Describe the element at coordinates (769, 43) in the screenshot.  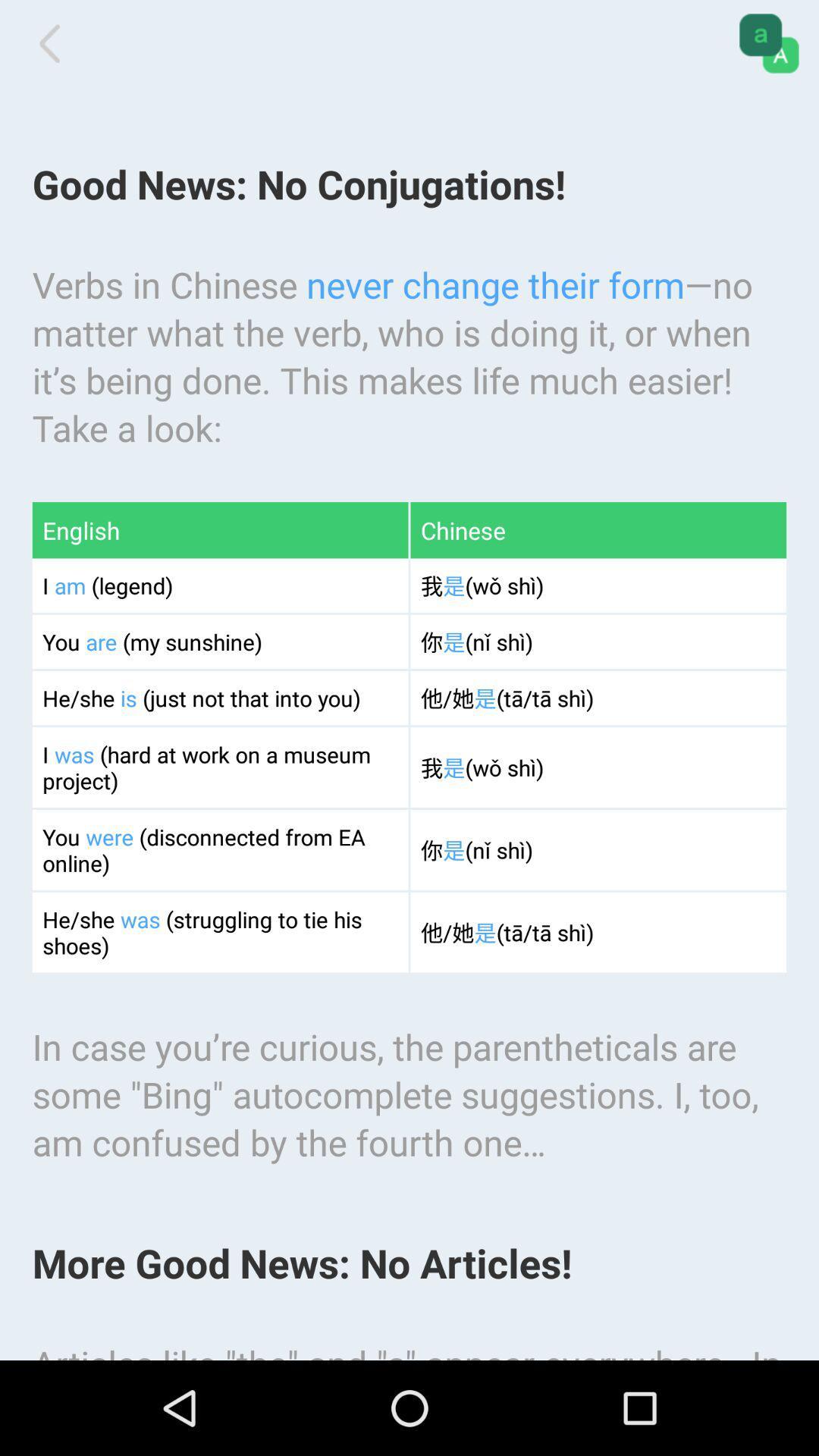
I see `app above verbs in chinese app` at that location.